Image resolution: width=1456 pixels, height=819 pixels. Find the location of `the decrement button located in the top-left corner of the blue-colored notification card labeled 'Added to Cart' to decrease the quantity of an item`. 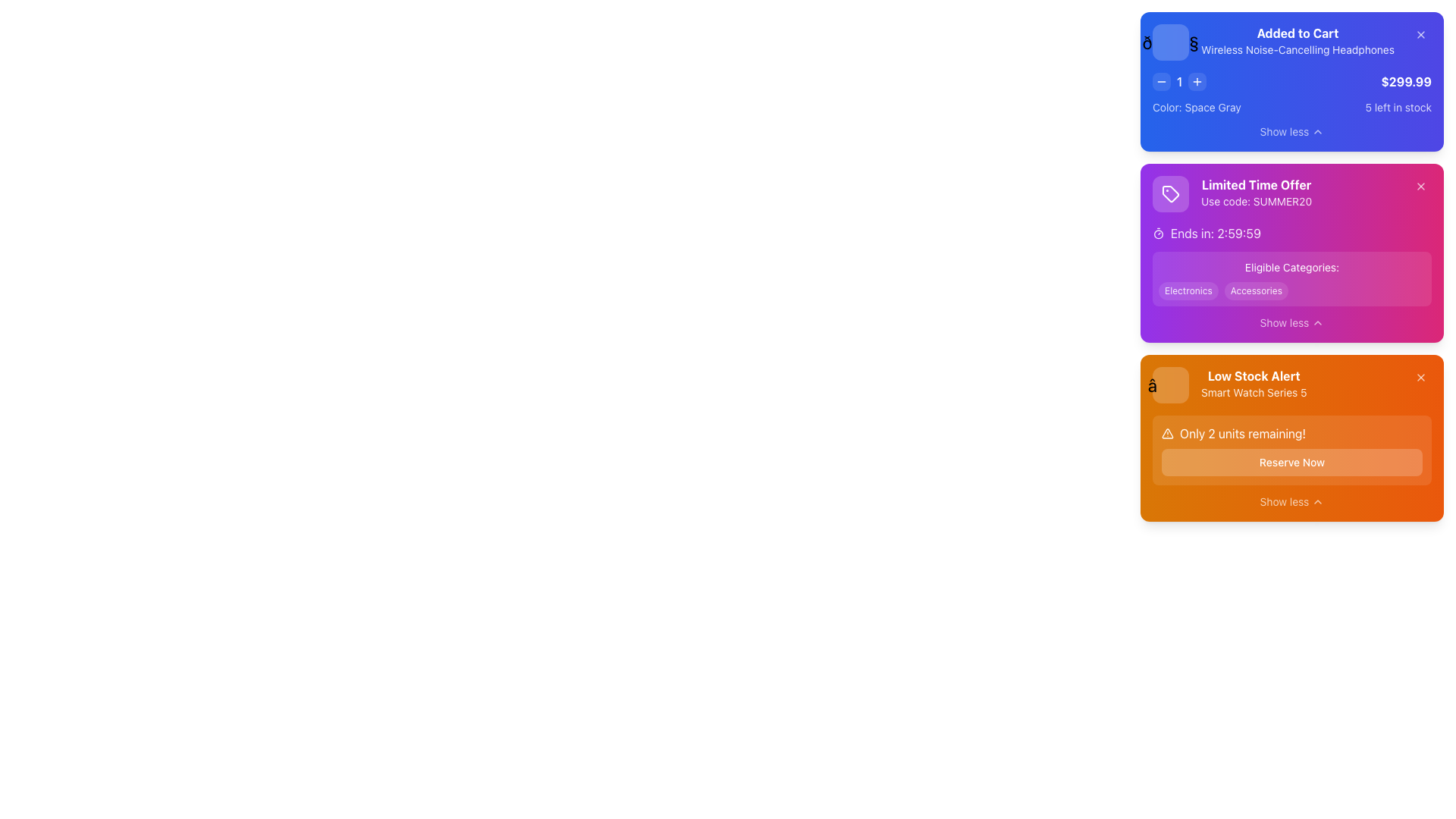

the decrement button located in the top-left corner of the blue-colored notification card labeled 'Added to Cart' to decrease the quantity of an item is located at coordinates (1160, 82).